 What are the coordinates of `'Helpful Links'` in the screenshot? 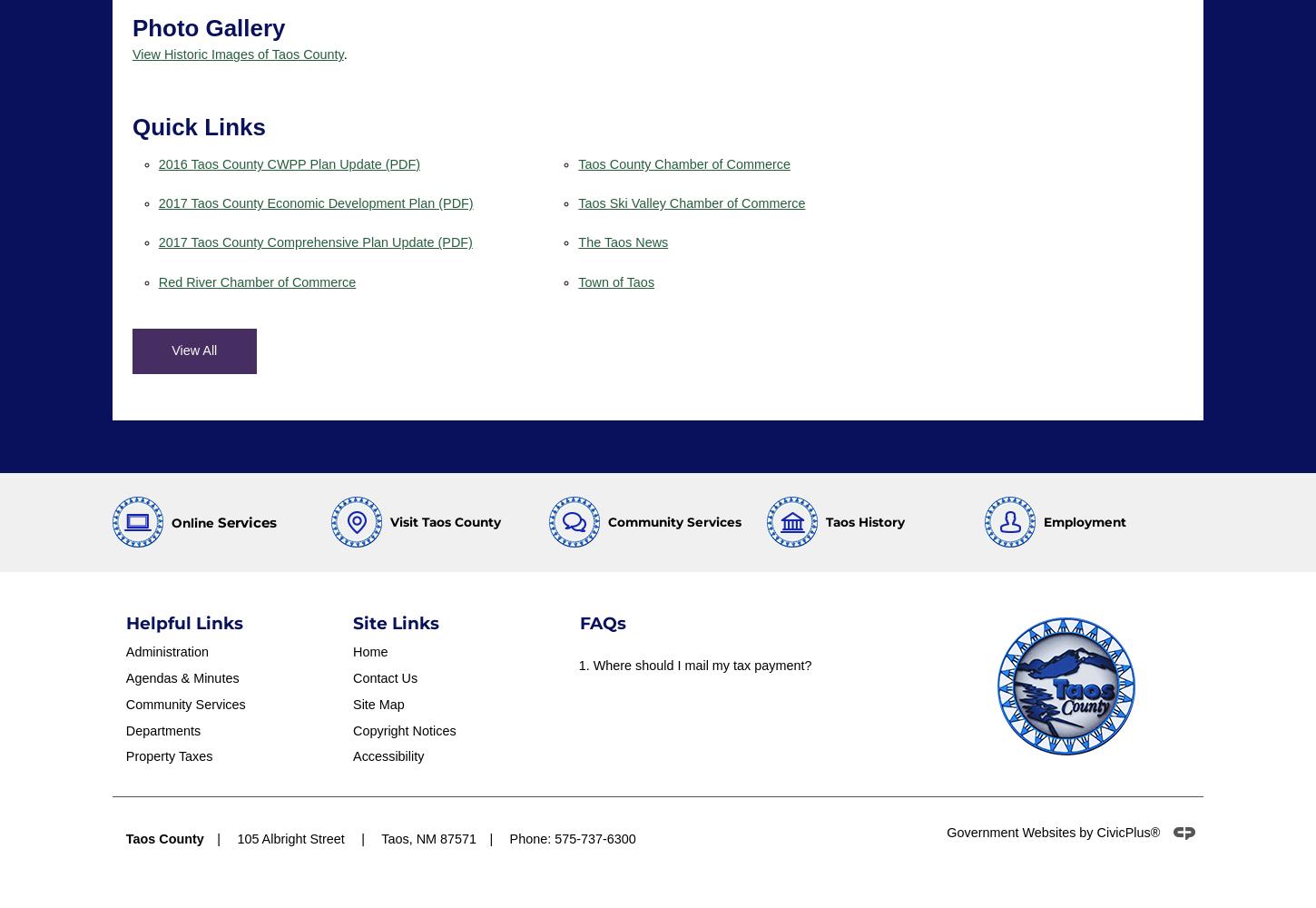 It's located at (124, 622).